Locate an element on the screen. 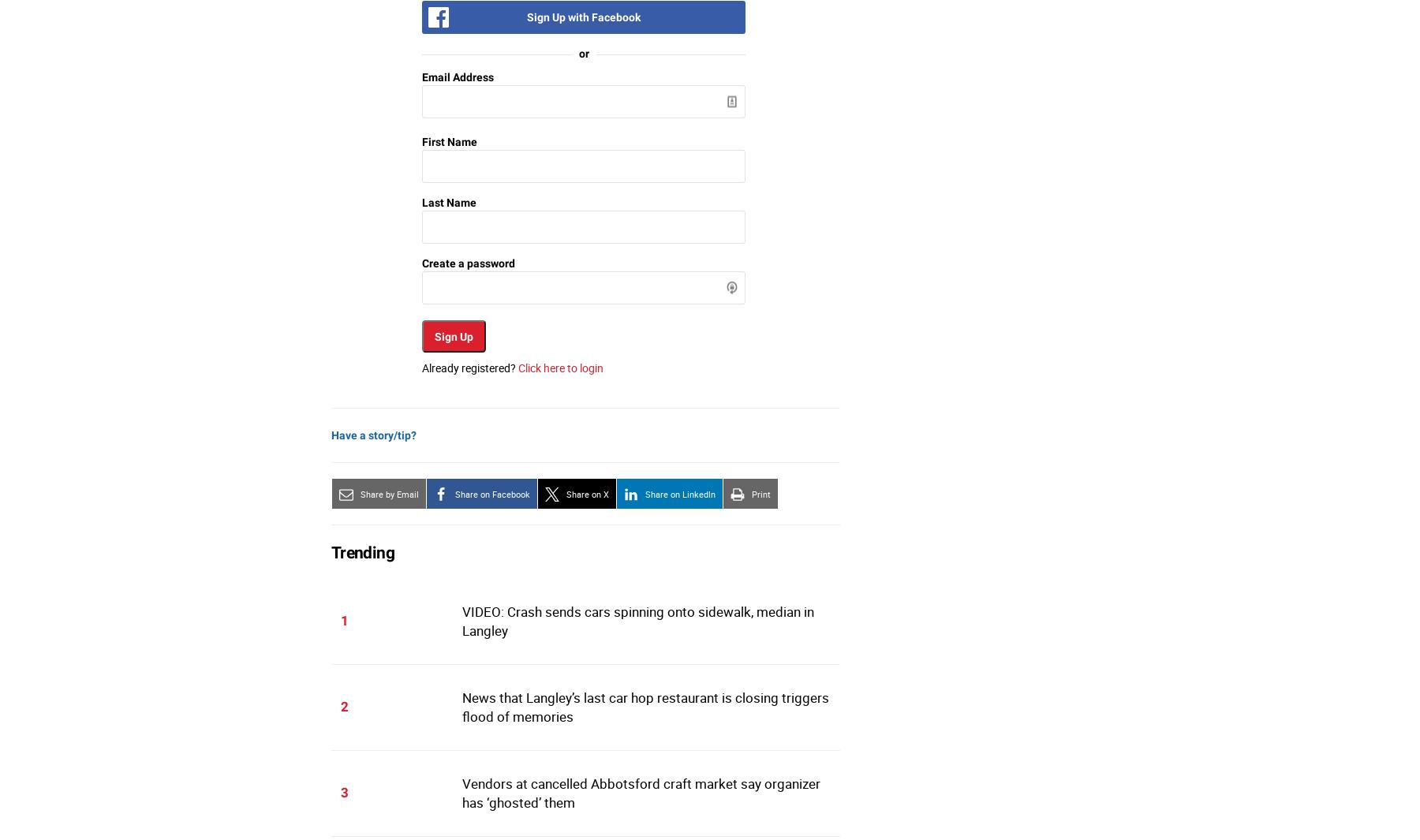 This screenshot has width=1420, height=840. 'or' is located at coordinates (582, 52).